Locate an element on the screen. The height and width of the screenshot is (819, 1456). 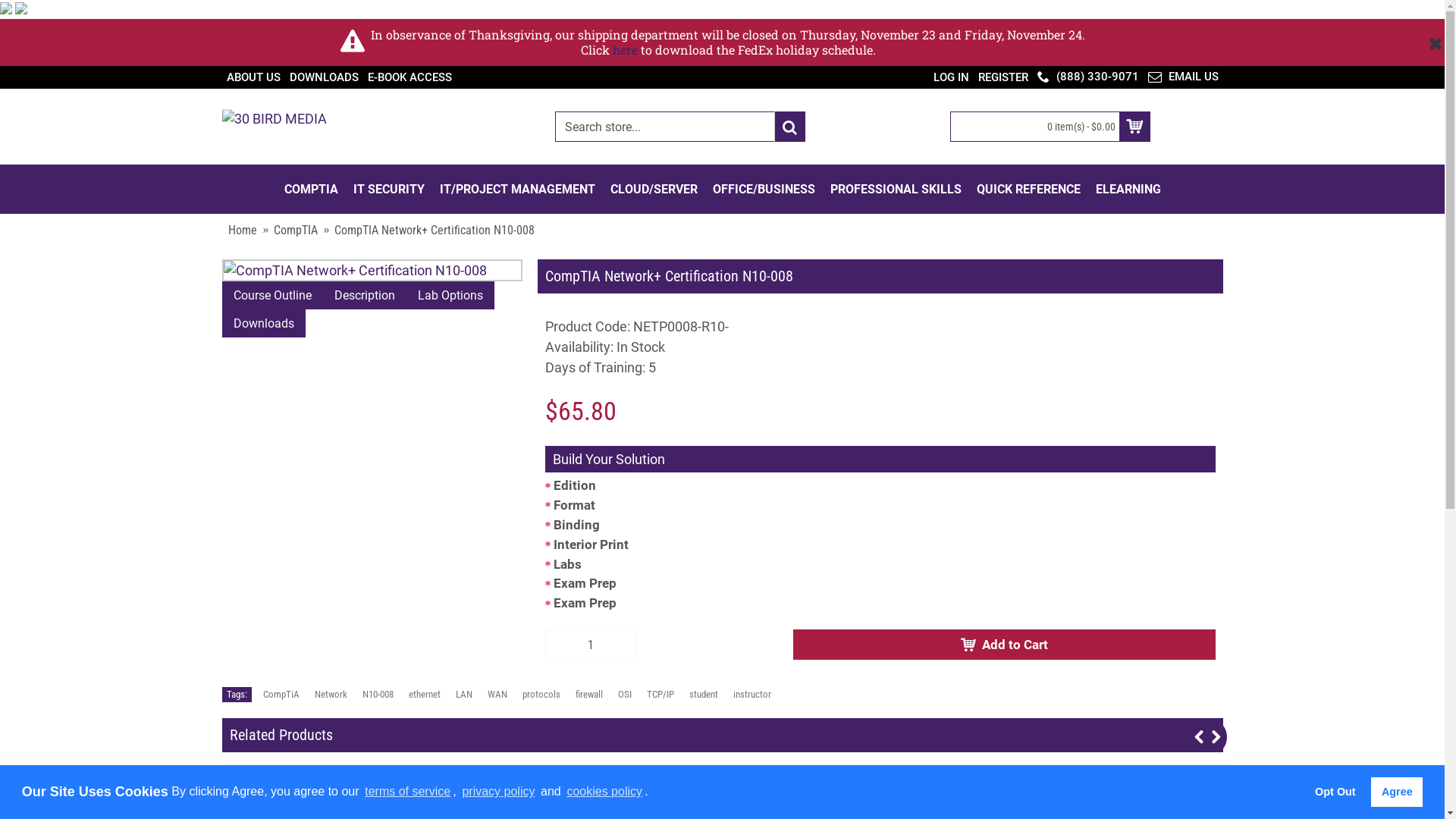
'30 BIRD MEDIA' is located at coordinates (273, 126).